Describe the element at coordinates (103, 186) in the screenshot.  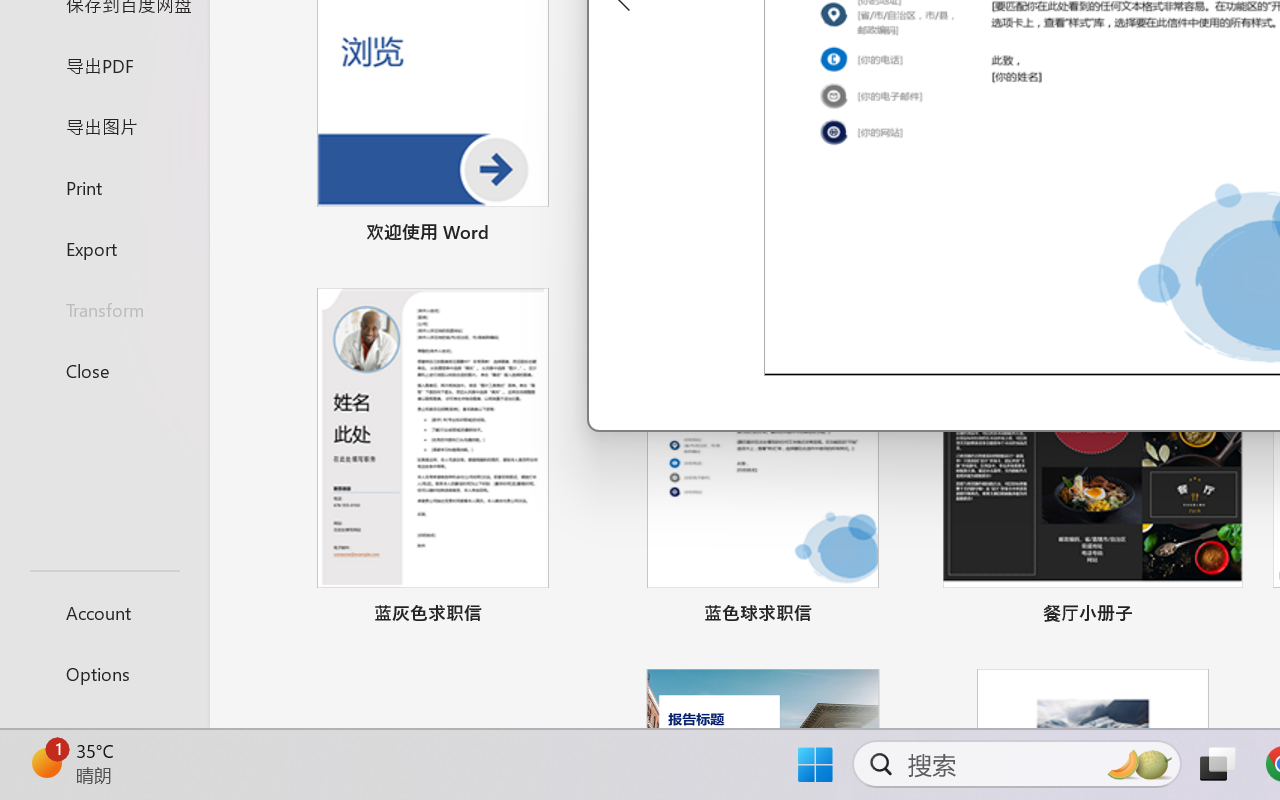
I see `'Print'` at that location.